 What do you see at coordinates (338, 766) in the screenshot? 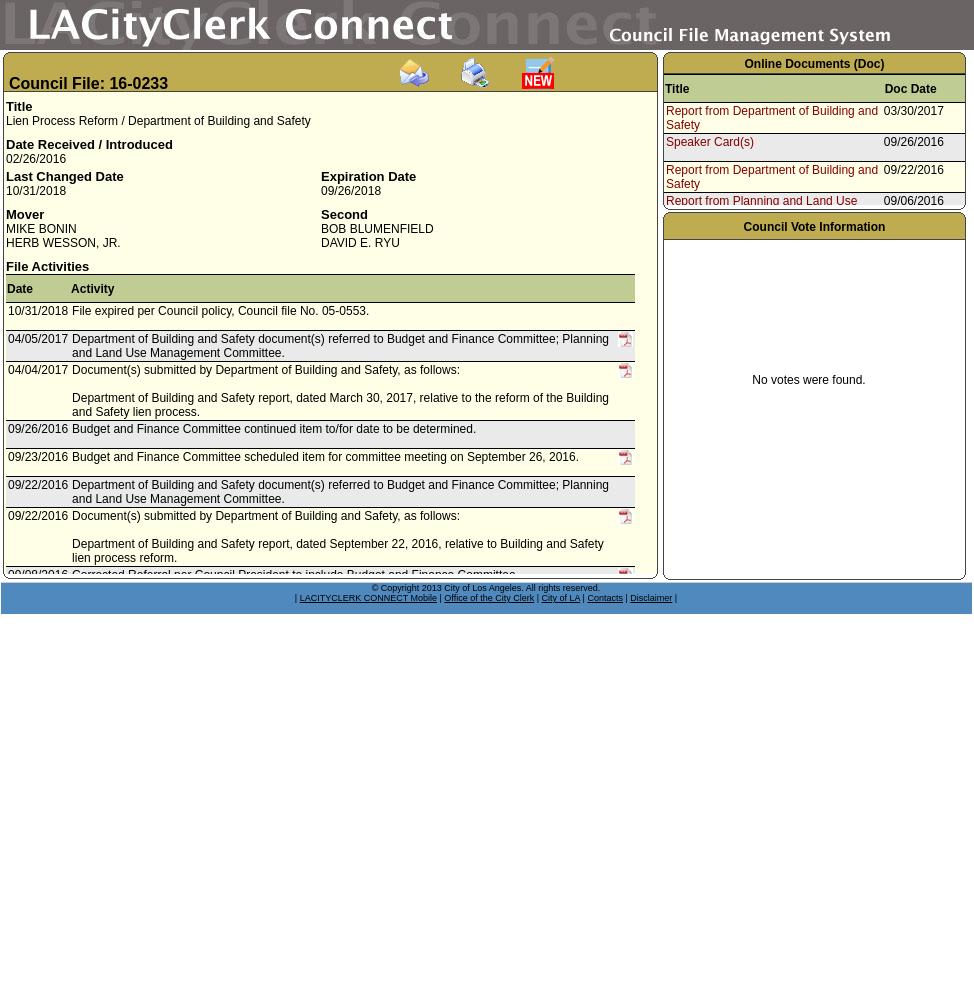
I see `'Department of Building and Safety report, dated August 19, 2016, relative to report back regarding steps to improve the current process for nuisance abatement and code enforcement non-compliance liens.'` at bounding box center [338, 766].